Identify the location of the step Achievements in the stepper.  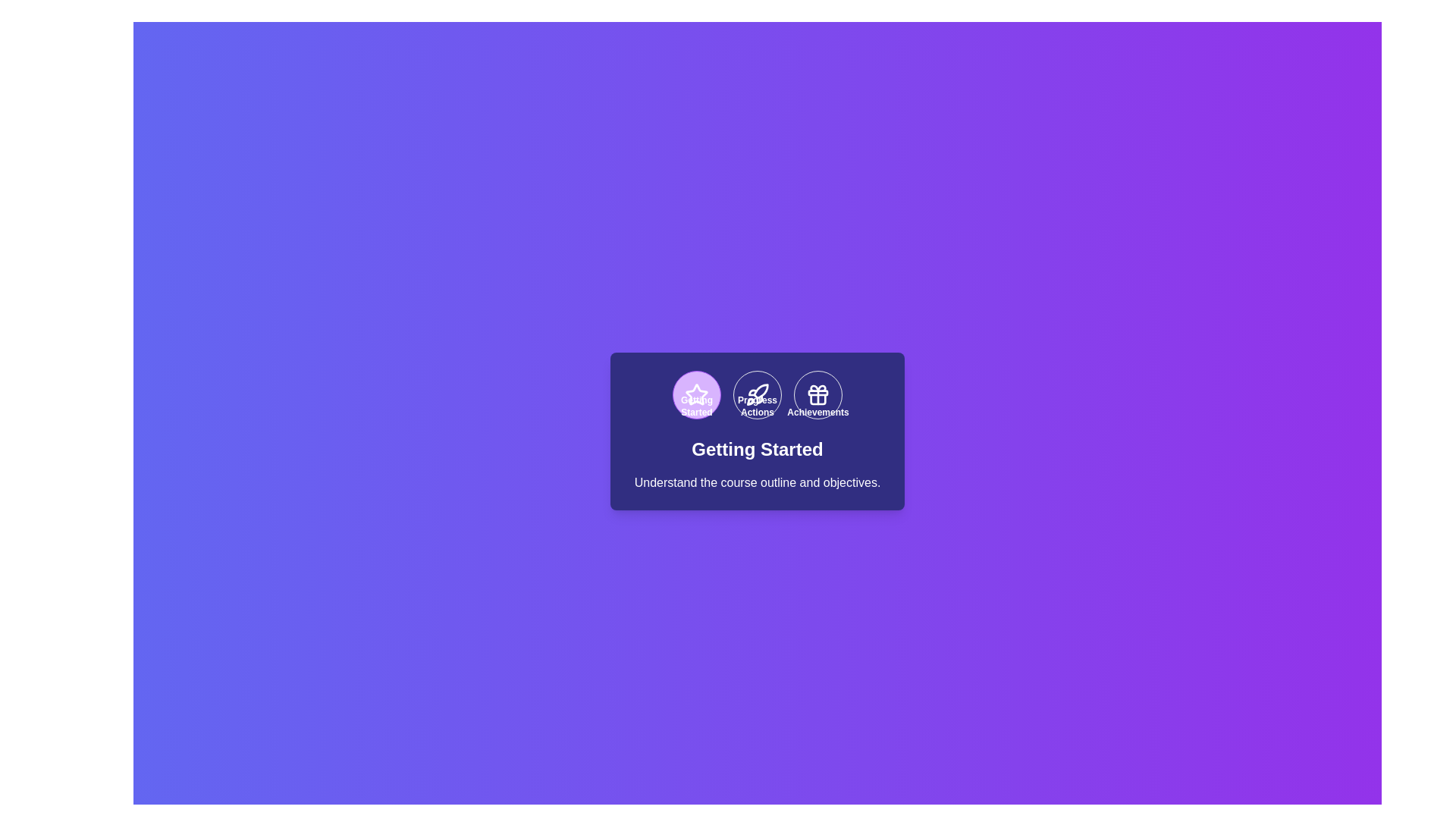
(817, 394).